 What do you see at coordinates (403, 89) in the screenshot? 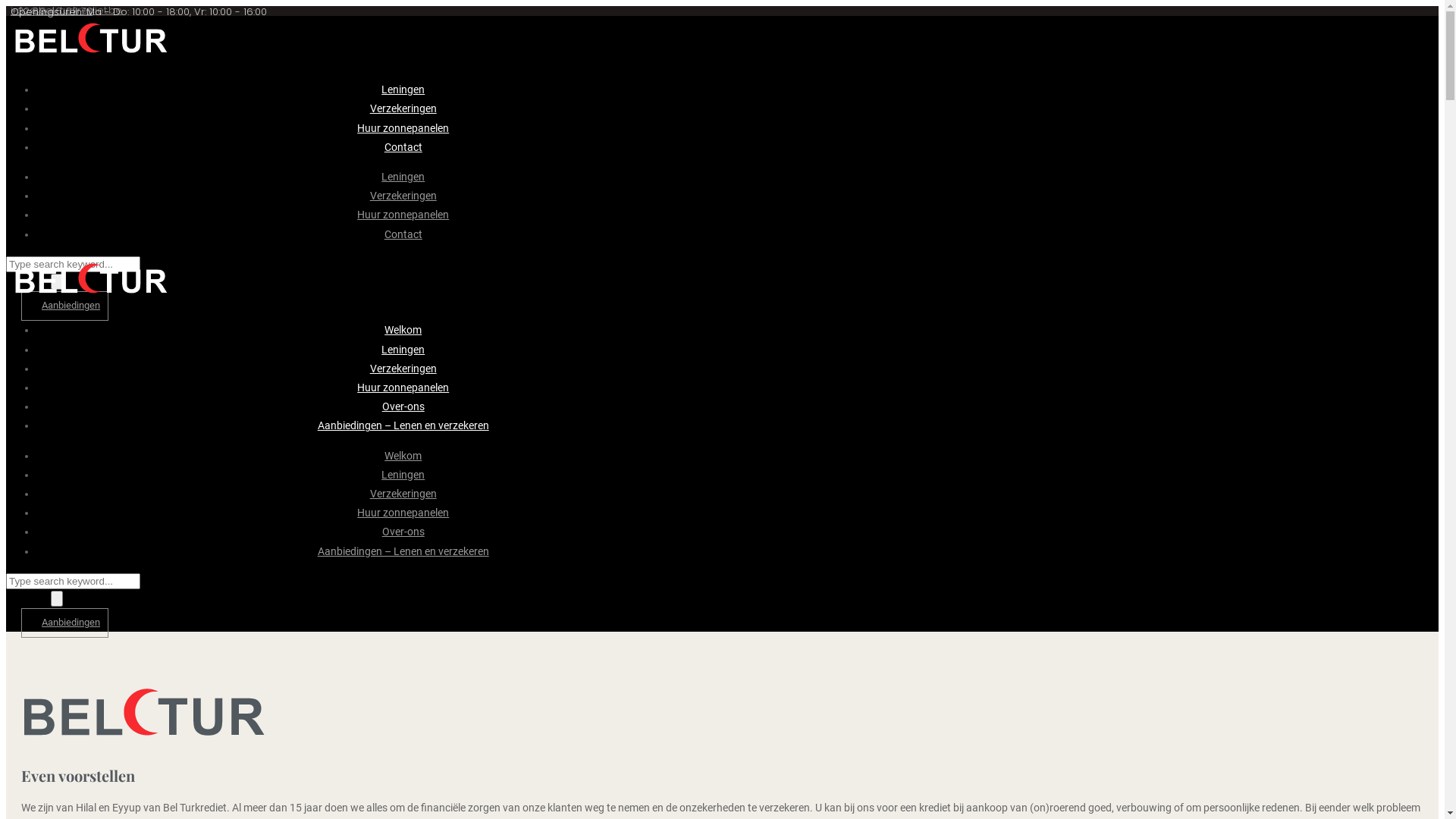
I see `'Leningen'` at bounding box center [403, 89].